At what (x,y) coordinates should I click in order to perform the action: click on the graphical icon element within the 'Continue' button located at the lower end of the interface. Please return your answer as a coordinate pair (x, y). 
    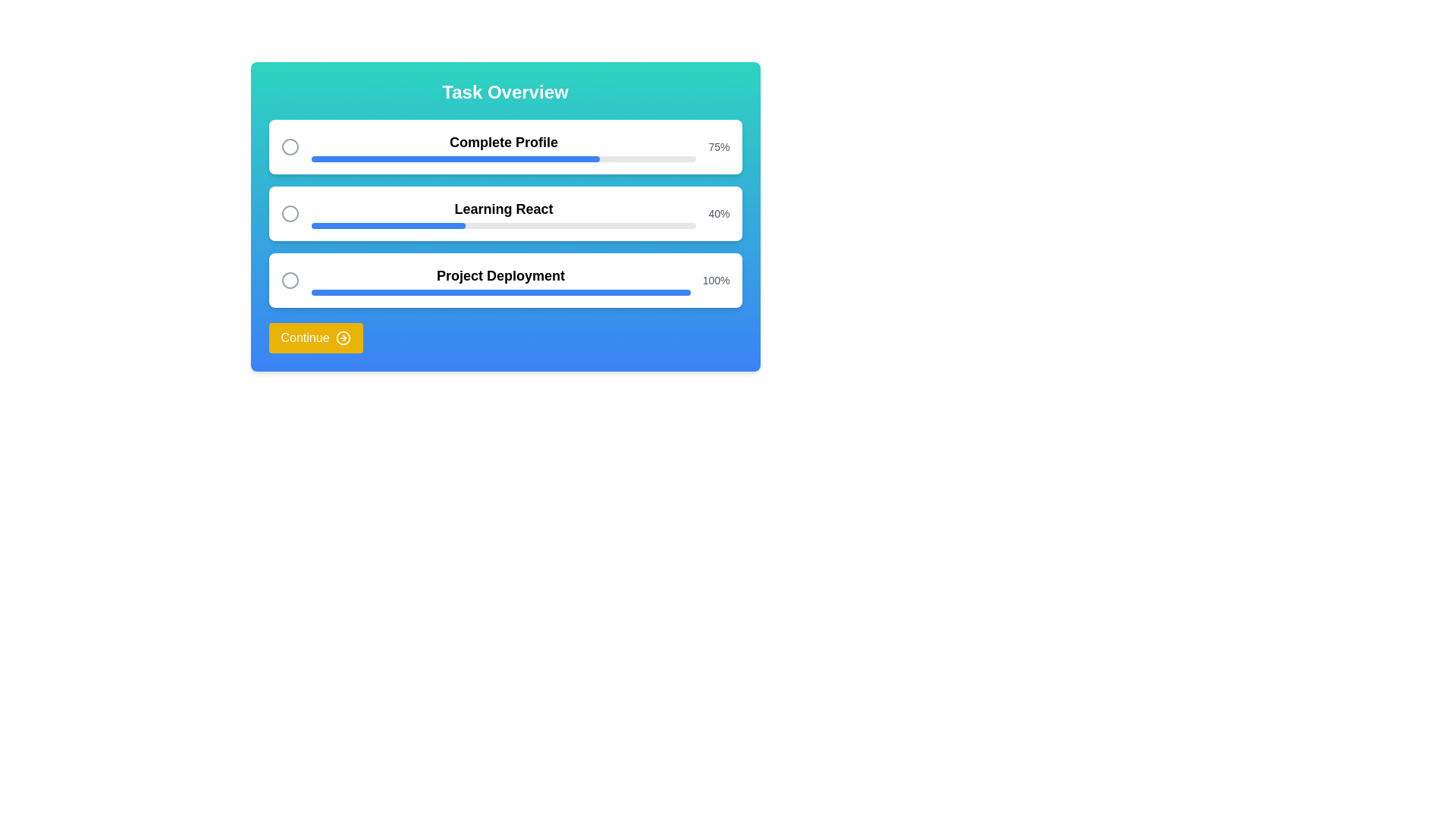
    Looking at the image, I should click on (342, 337).